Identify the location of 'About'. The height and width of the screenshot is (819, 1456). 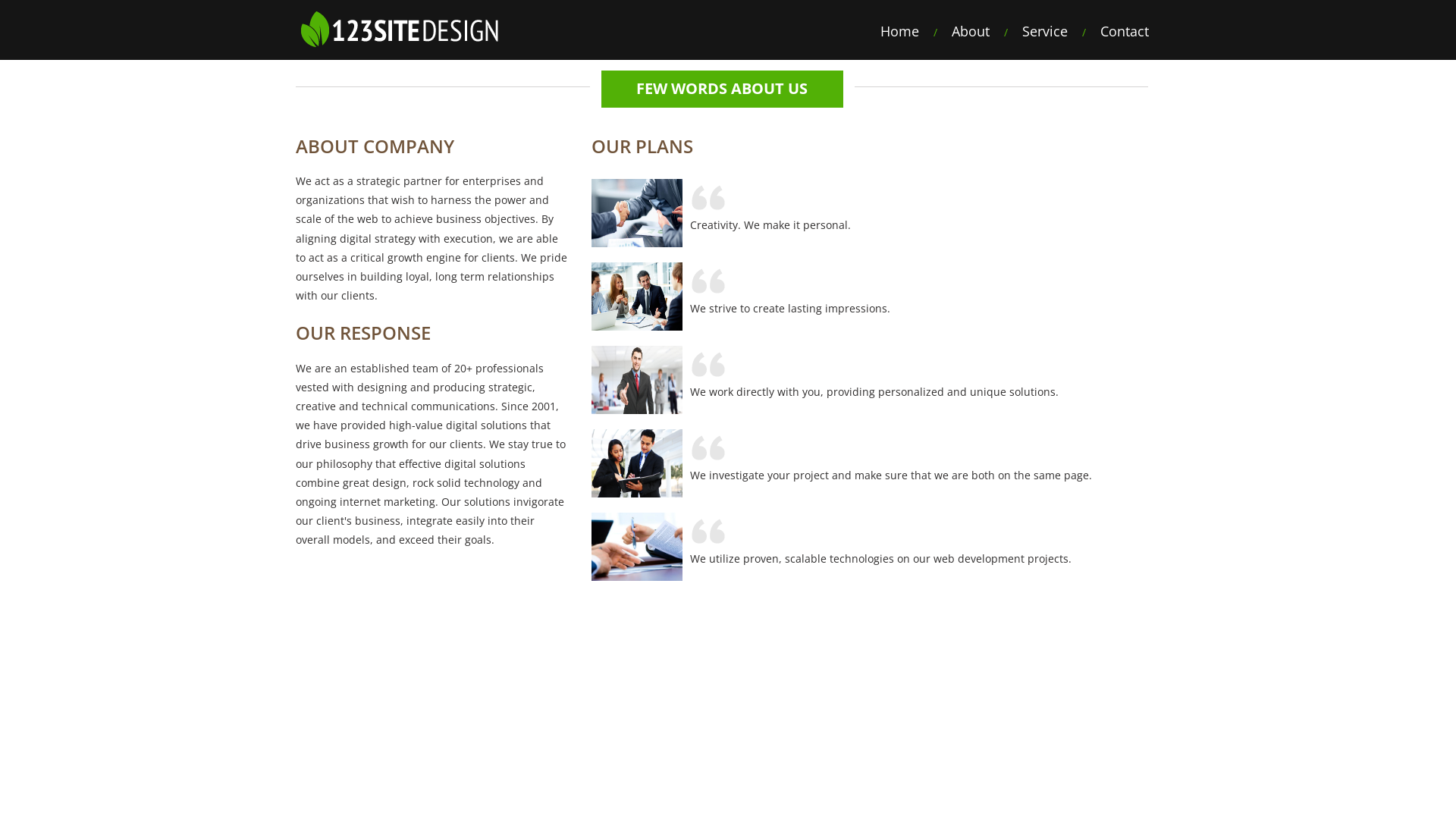
(971, 32).